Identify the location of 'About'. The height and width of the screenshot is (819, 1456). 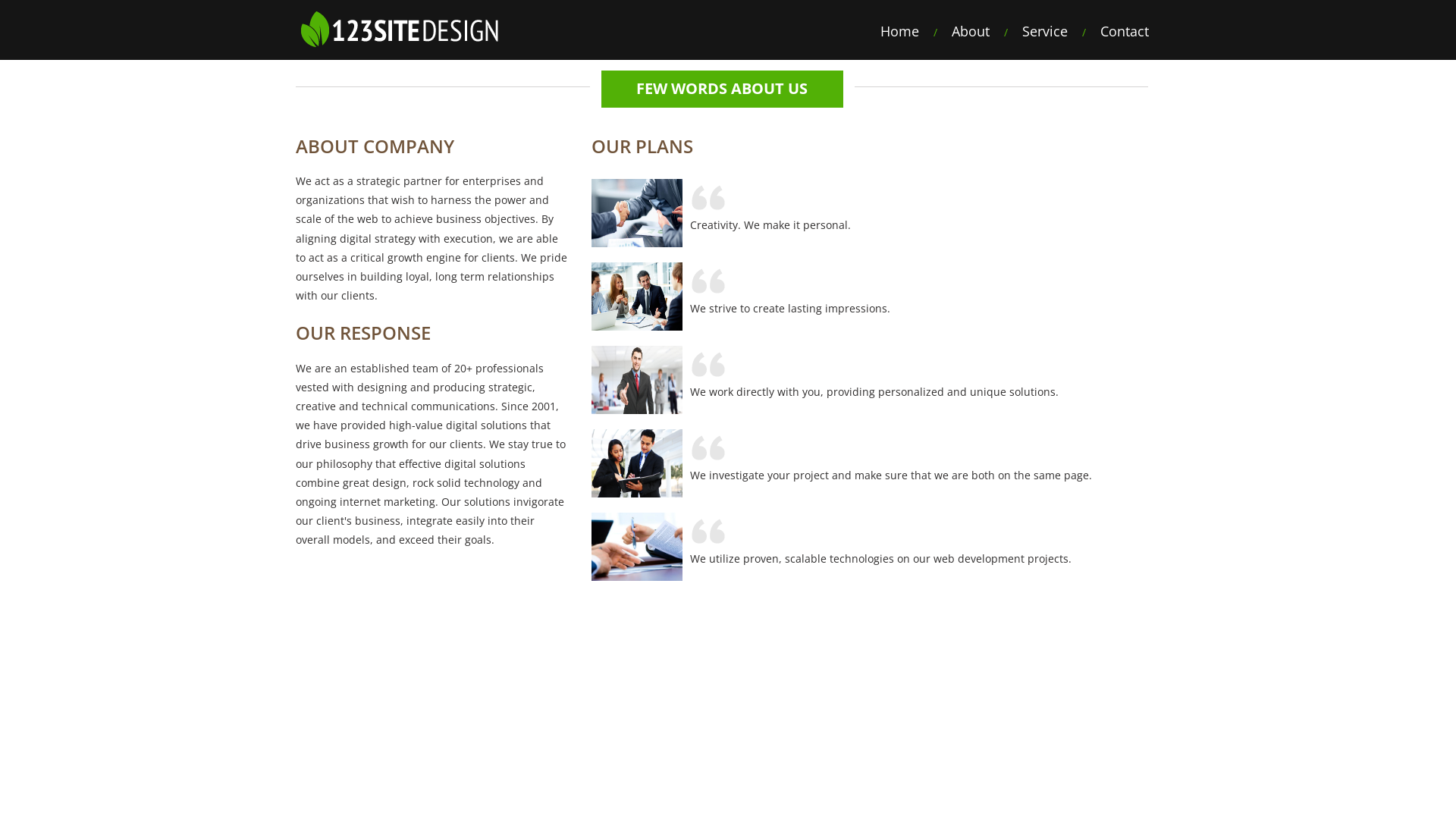
(971, 32).